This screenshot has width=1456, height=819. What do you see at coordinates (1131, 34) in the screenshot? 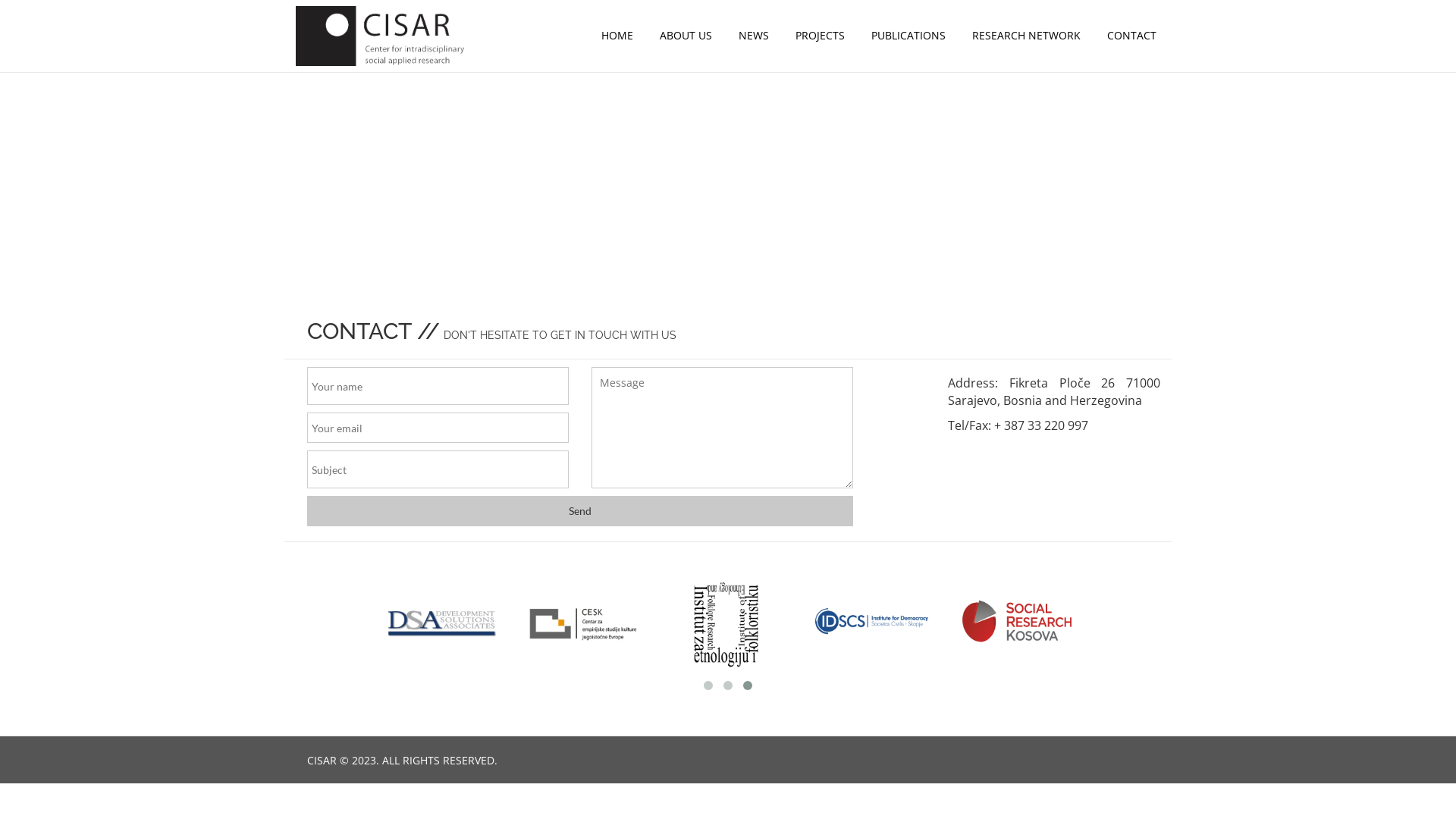
I see `'CONTACT'` at bounding box center [1131, 34].